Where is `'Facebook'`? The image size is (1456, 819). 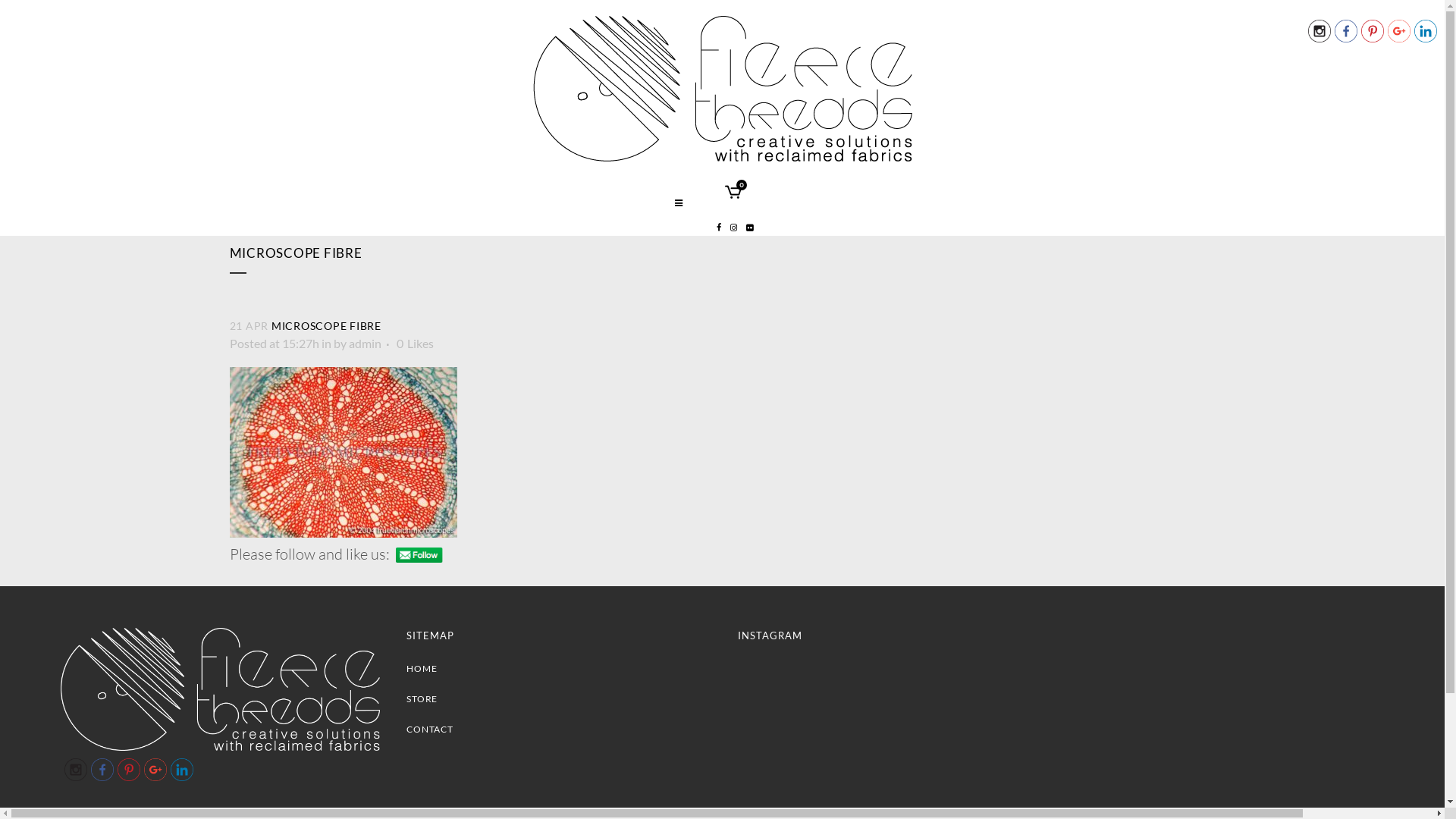 'Facebook' is located at coordinates (101, 769).